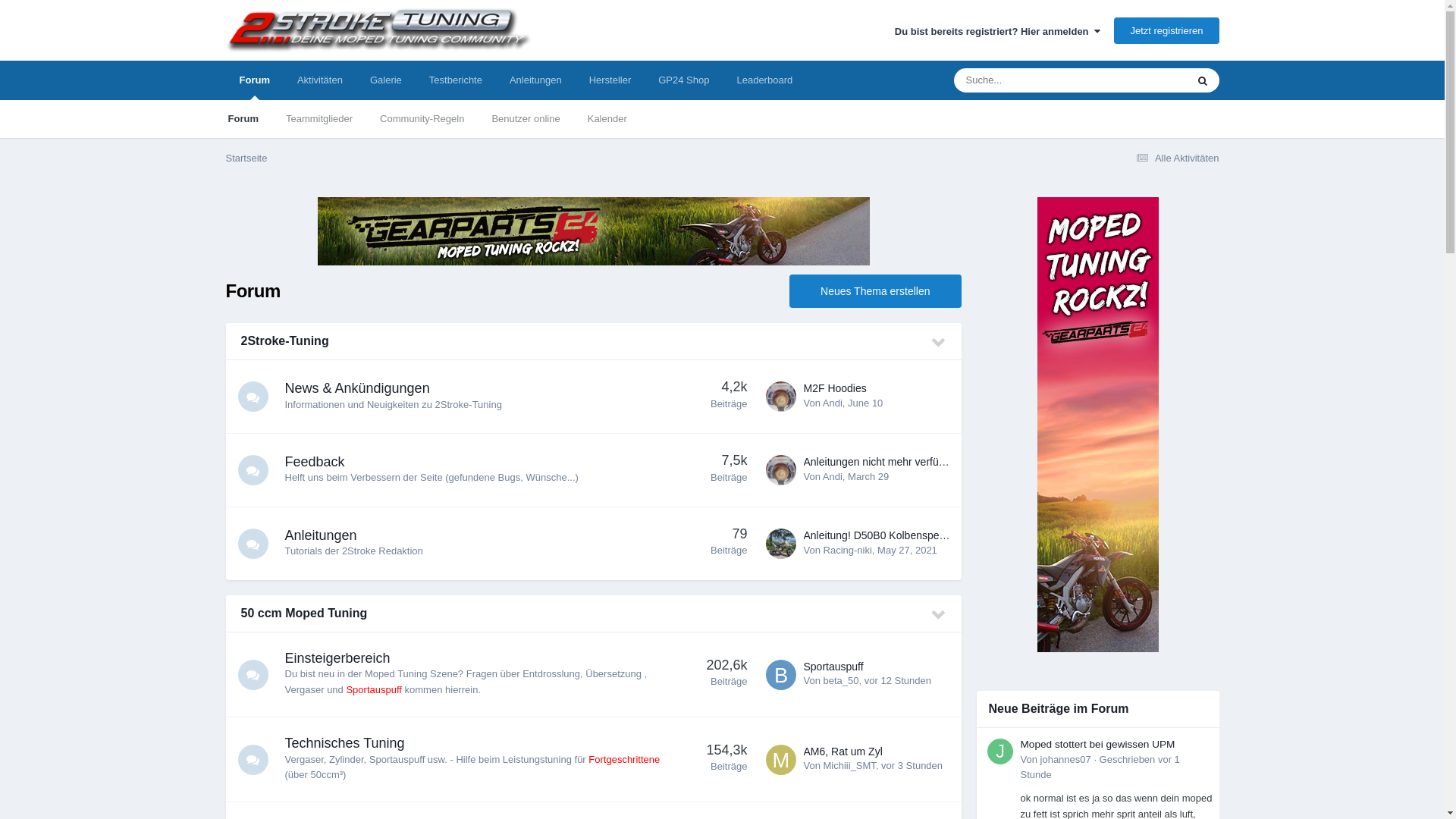 The image size is (1456, 819). What do you see at coordinates (781, 469) in the screenshot?
I see `'Gehe zu Andi's Profil'` at bounding box center [781, 469].